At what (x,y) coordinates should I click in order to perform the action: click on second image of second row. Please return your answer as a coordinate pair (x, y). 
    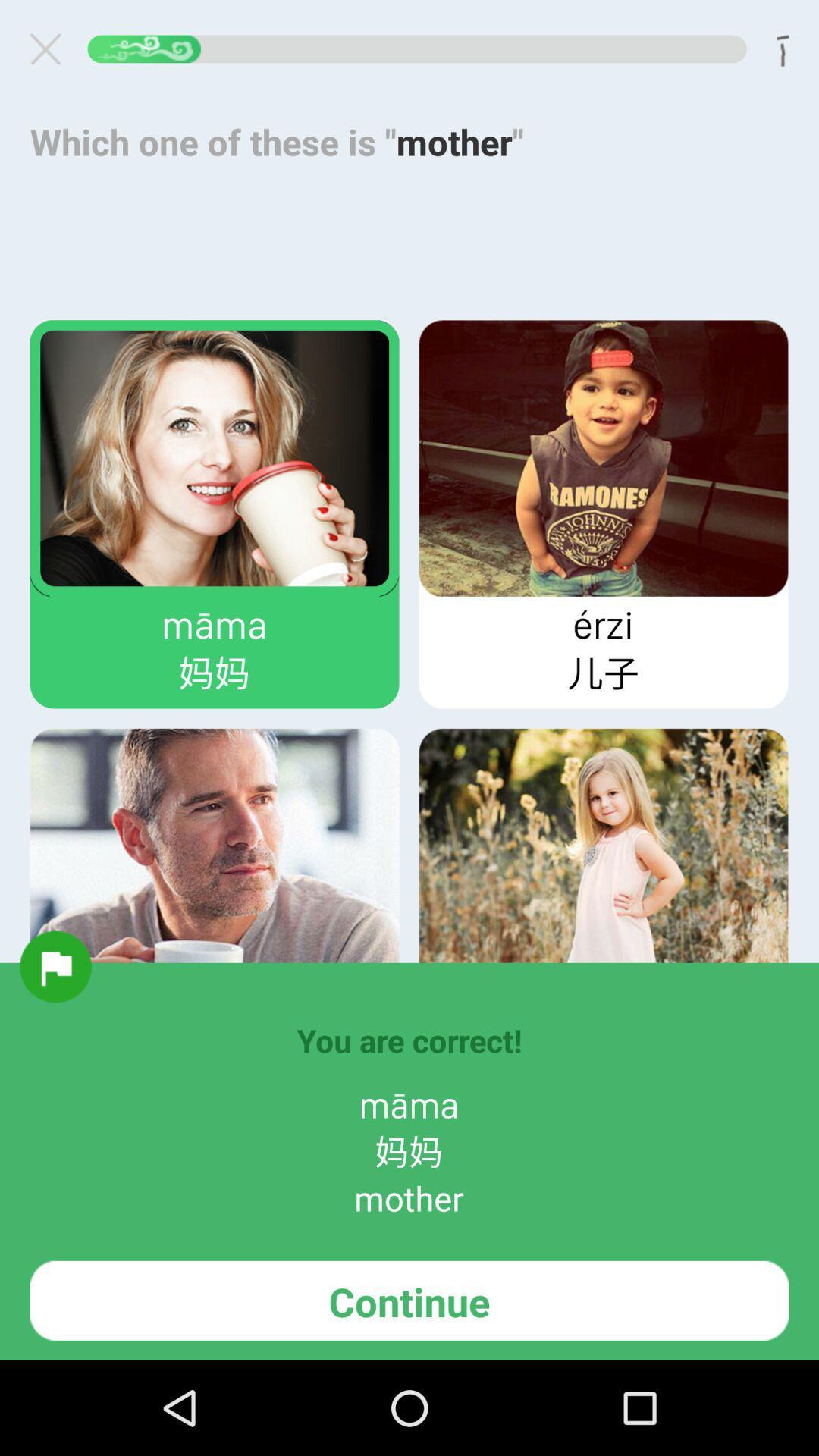
    Looking at the image, I should click on (603, 866).